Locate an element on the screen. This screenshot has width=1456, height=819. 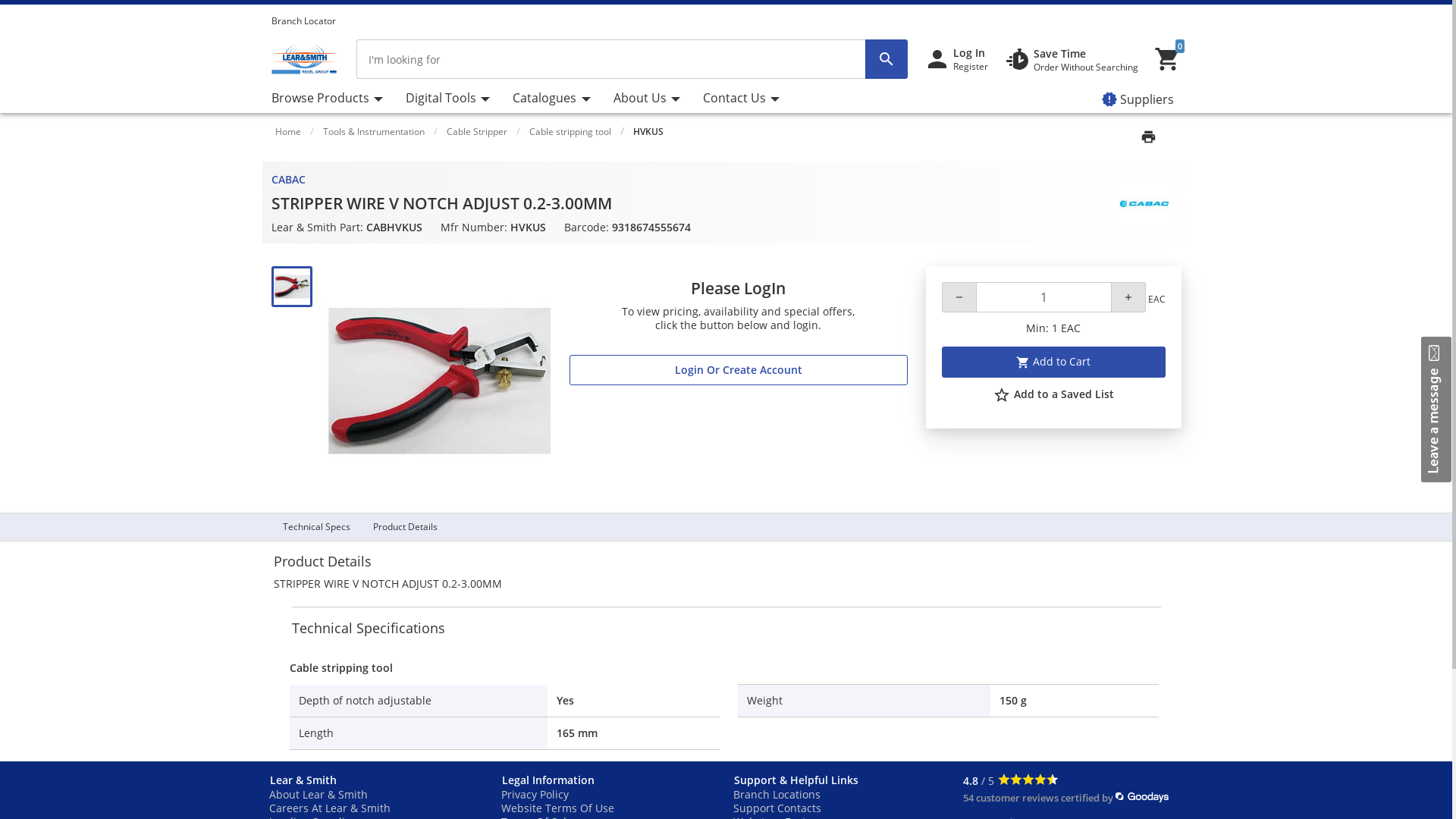
'Contact Us' is located at coordinates (741, 99).